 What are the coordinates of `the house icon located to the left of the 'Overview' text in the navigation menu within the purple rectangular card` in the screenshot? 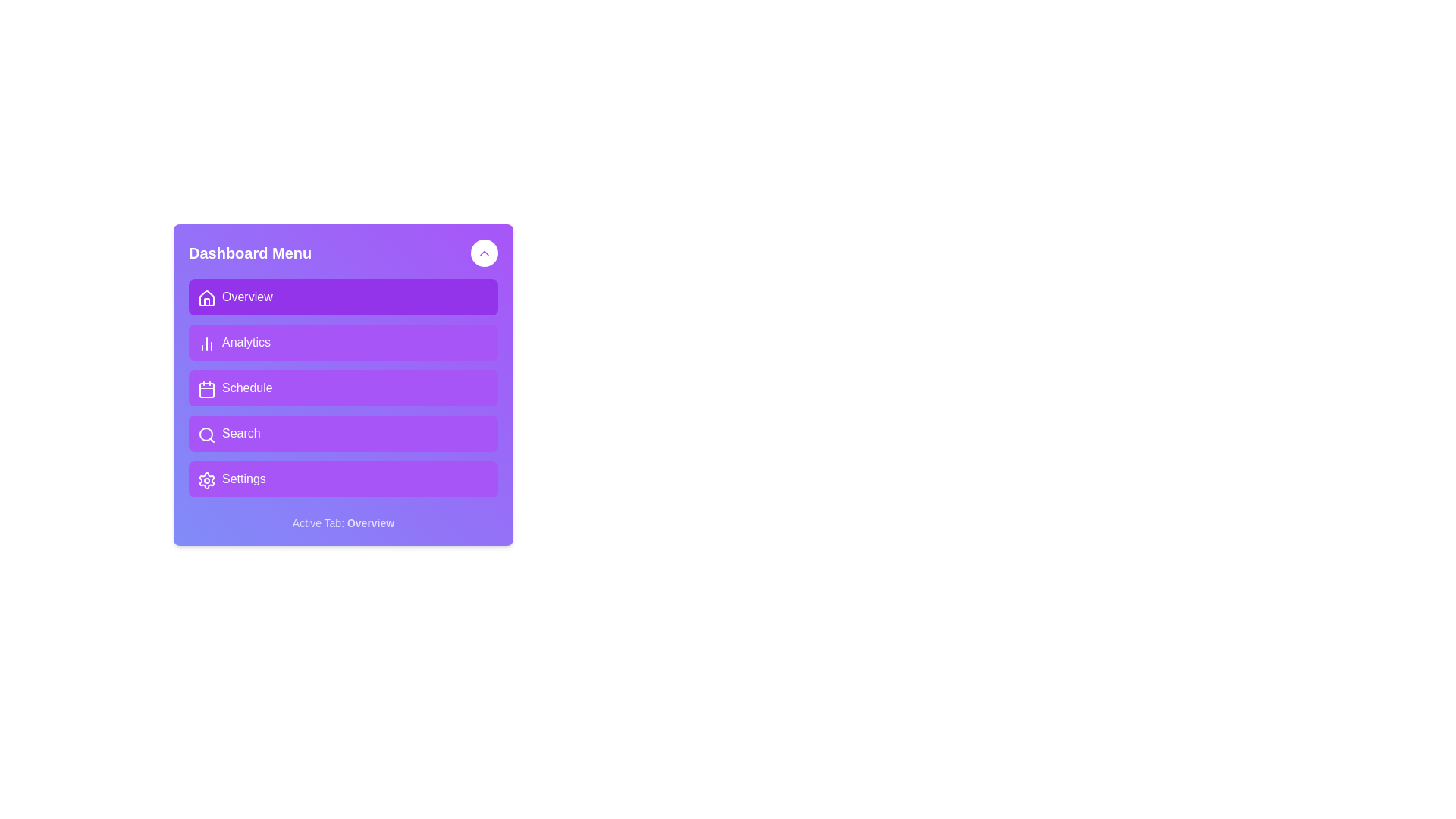 It's located at (204, 297).